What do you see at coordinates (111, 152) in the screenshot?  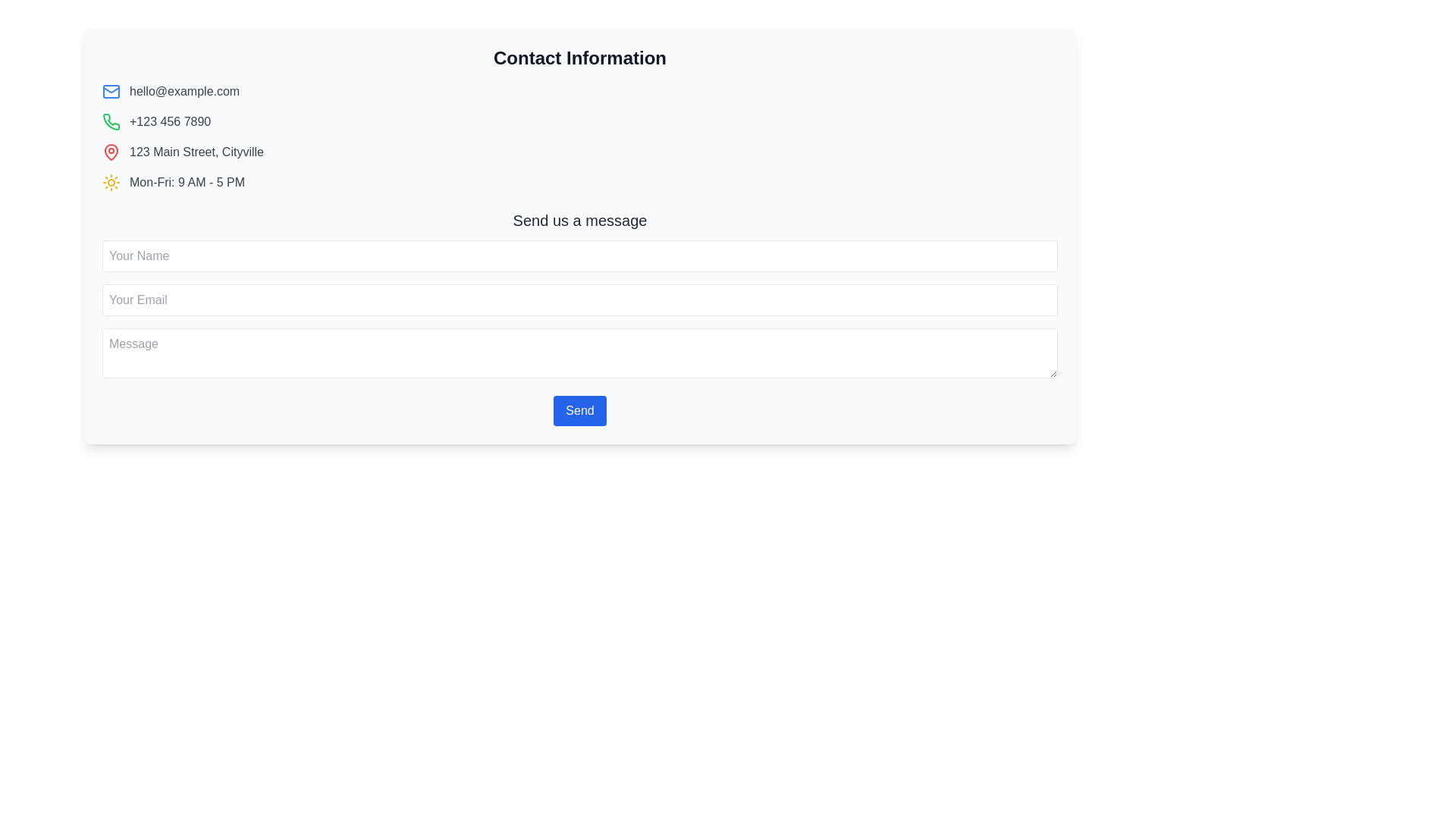 I see `the red map pin icon located next to the address '123 Main Street, Cityville' in the third row of the contact information section` at bounding box center [111, 152].